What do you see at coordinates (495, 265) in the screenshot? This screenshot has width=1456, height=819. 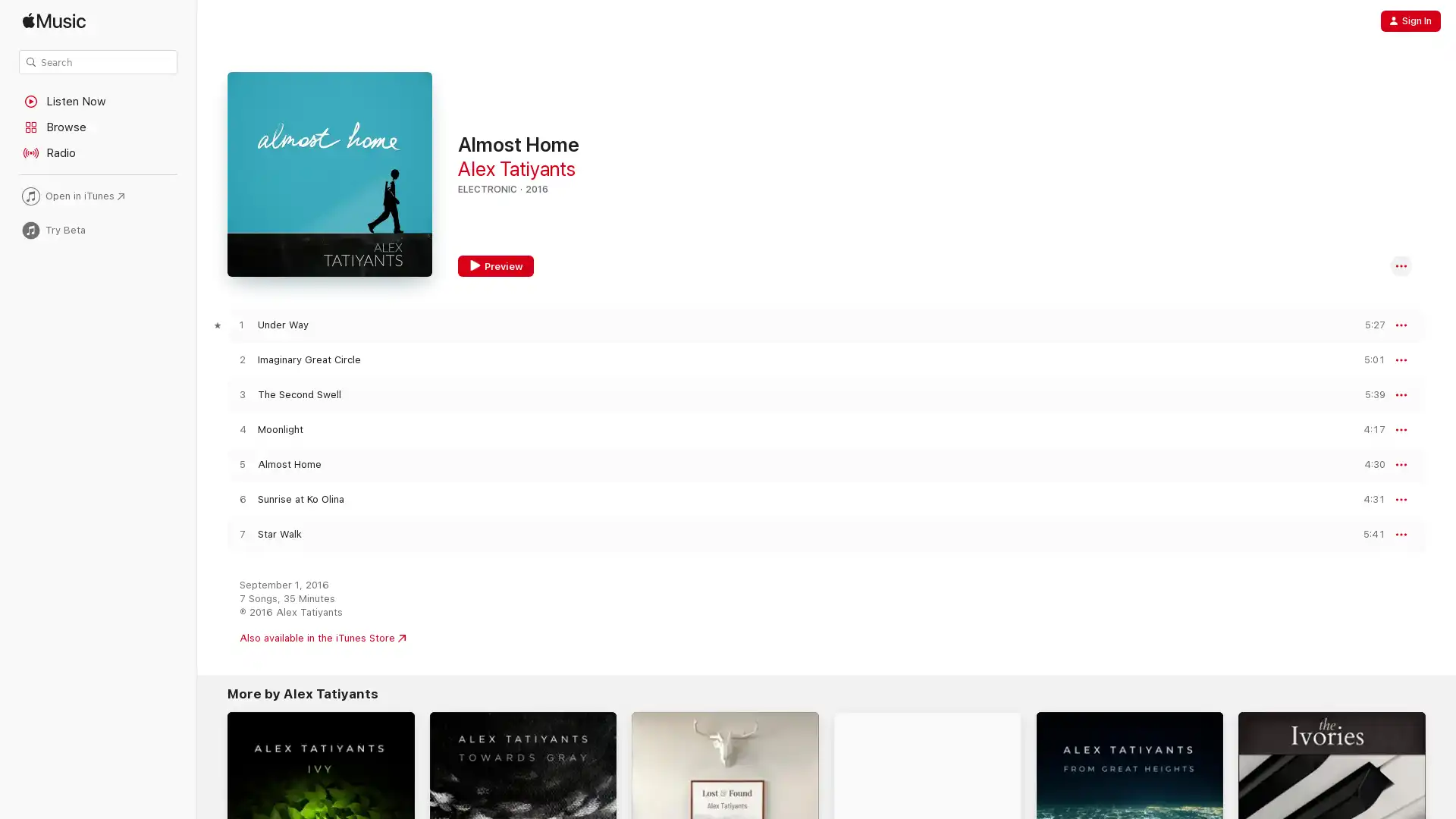 I see `Preview` at bounding box center [495, 265].